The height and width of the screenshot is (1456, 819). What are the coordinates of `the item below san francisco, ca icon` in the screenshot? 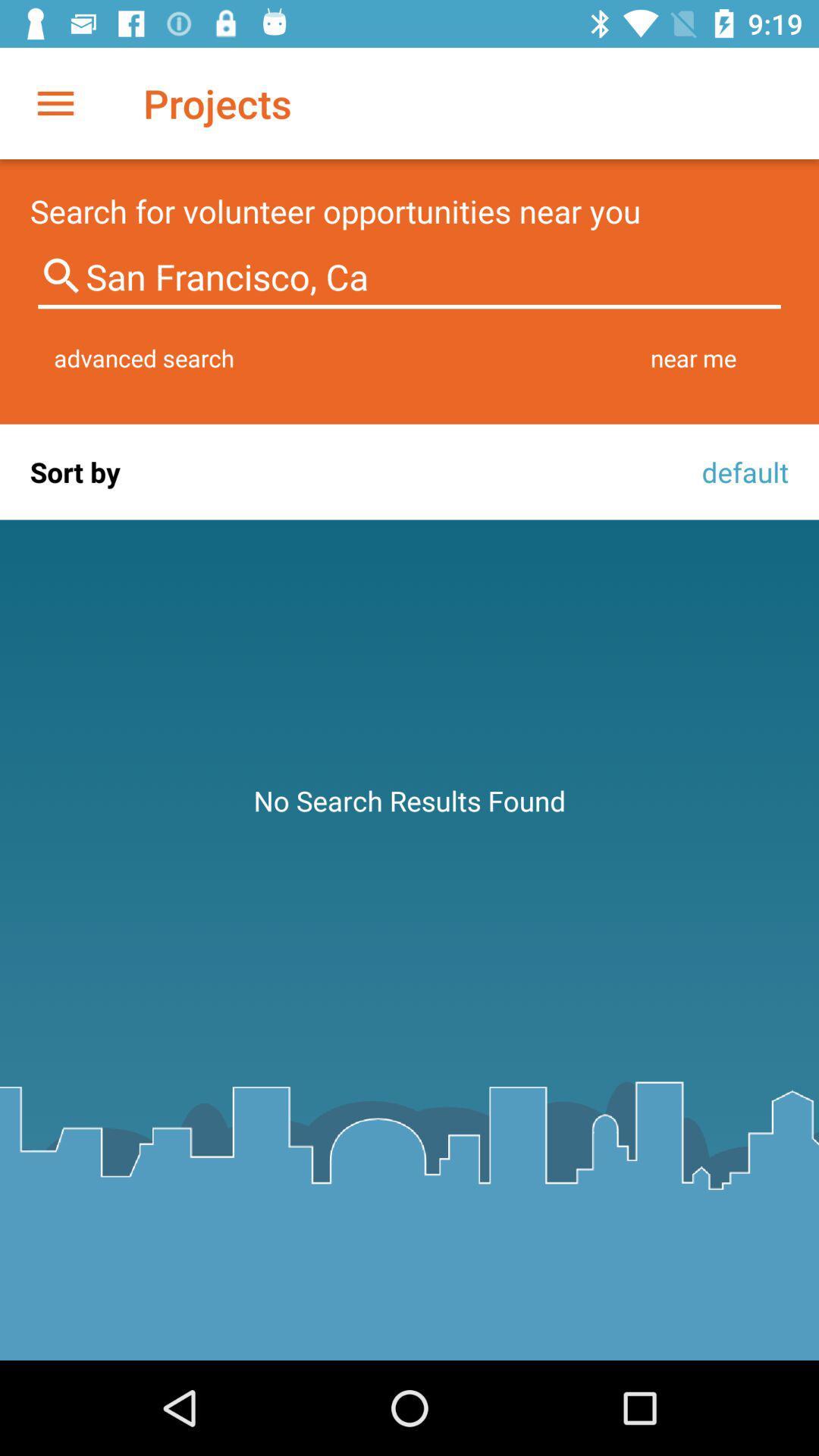 It's located at (144, 357).